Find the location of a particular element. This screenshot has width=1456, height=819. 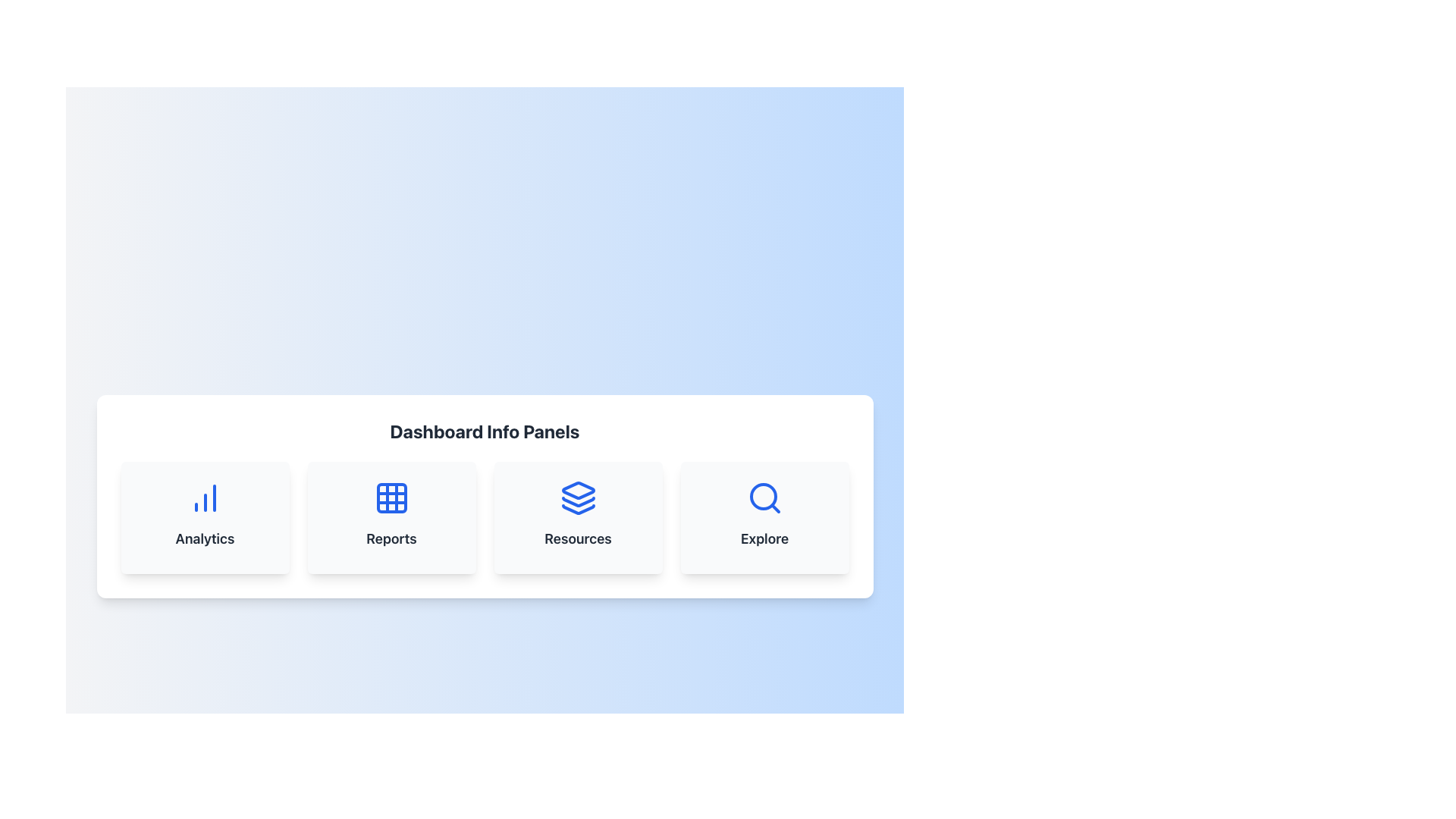

the fourth and rightmost card in the horizontal row is located at coordinates (764, 516).